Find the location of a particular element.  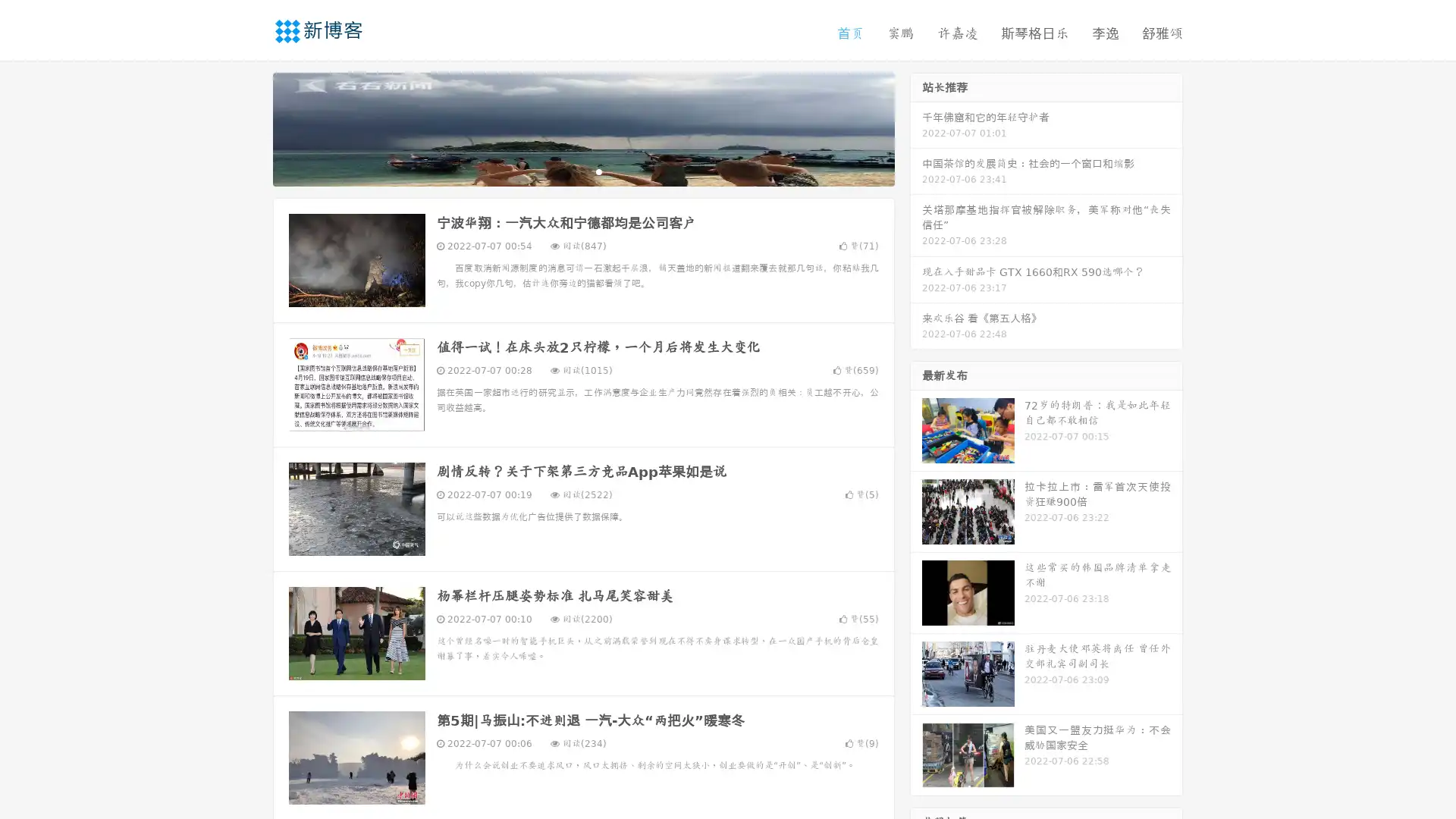

Next slide is located at coordinates (916, 127).